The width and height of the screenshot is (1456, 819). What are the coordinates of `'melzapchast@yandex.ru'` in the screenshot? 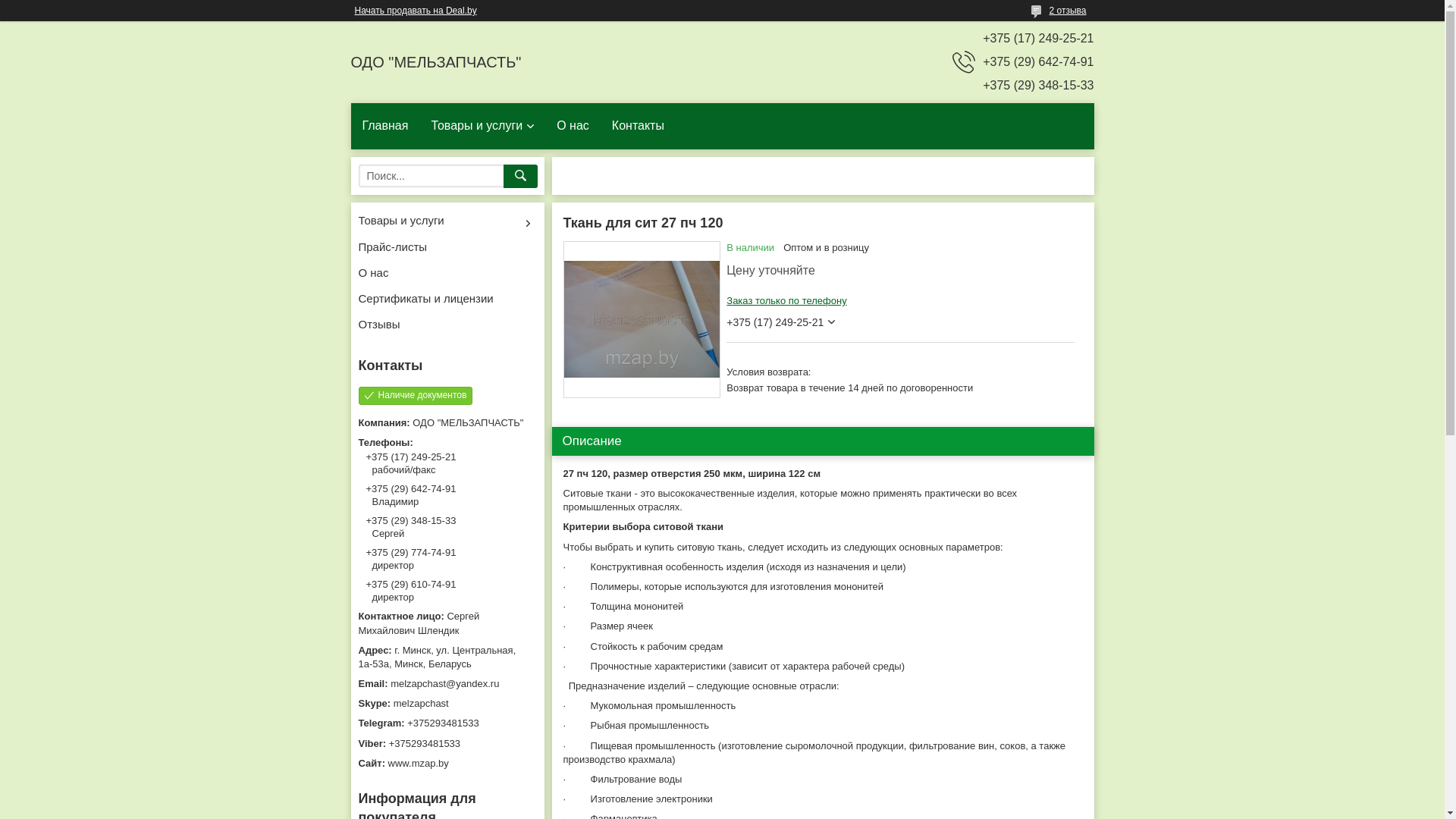 It's located at (446, 684).